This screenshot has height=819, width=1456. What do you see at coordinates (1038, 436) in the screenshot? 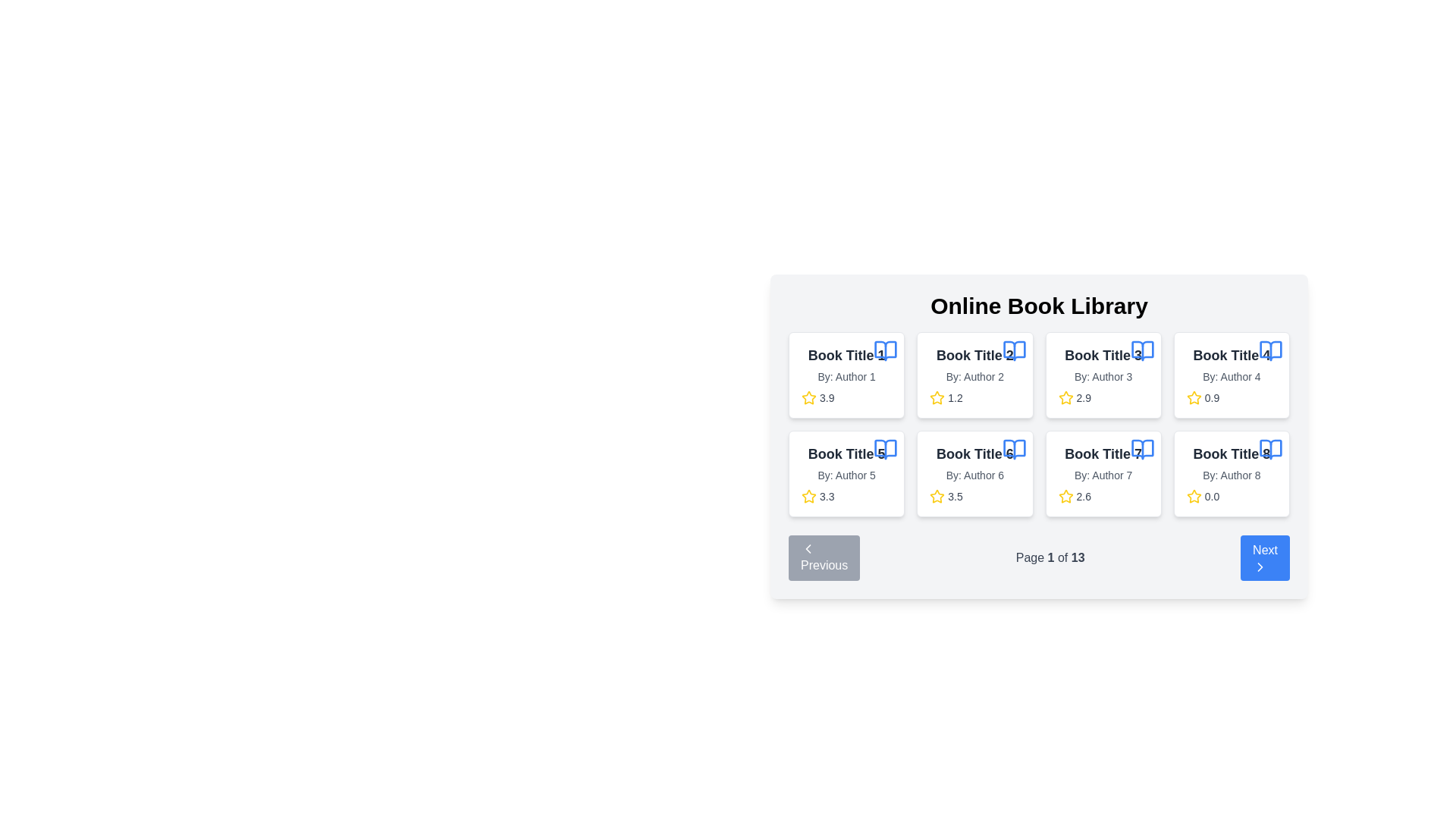
I see `the book entry data card` at bounding box center [1038, 436].